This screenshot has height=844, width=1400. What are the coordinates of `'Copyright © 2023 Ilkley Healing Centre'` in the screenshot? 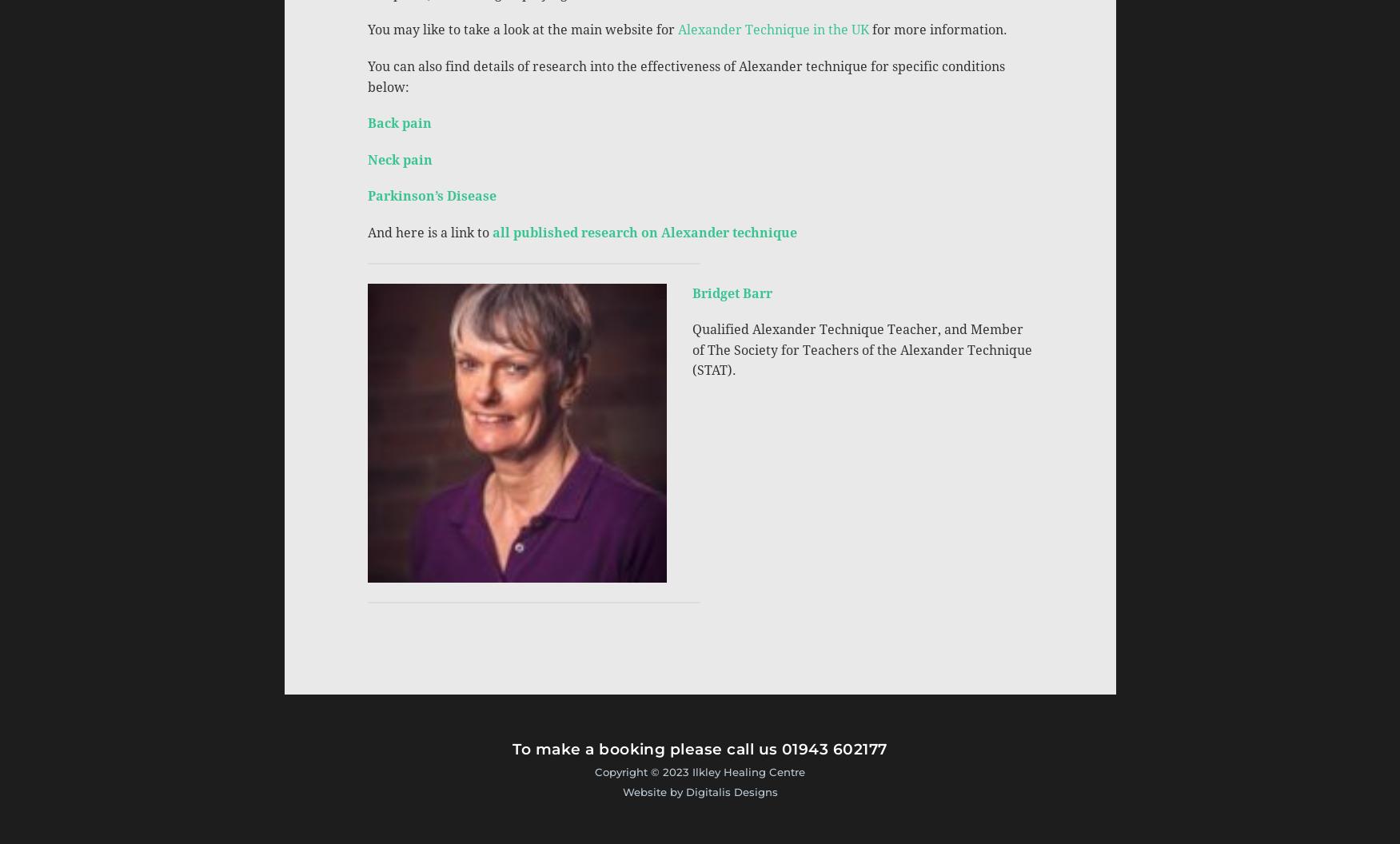 It's located at (700, 770).